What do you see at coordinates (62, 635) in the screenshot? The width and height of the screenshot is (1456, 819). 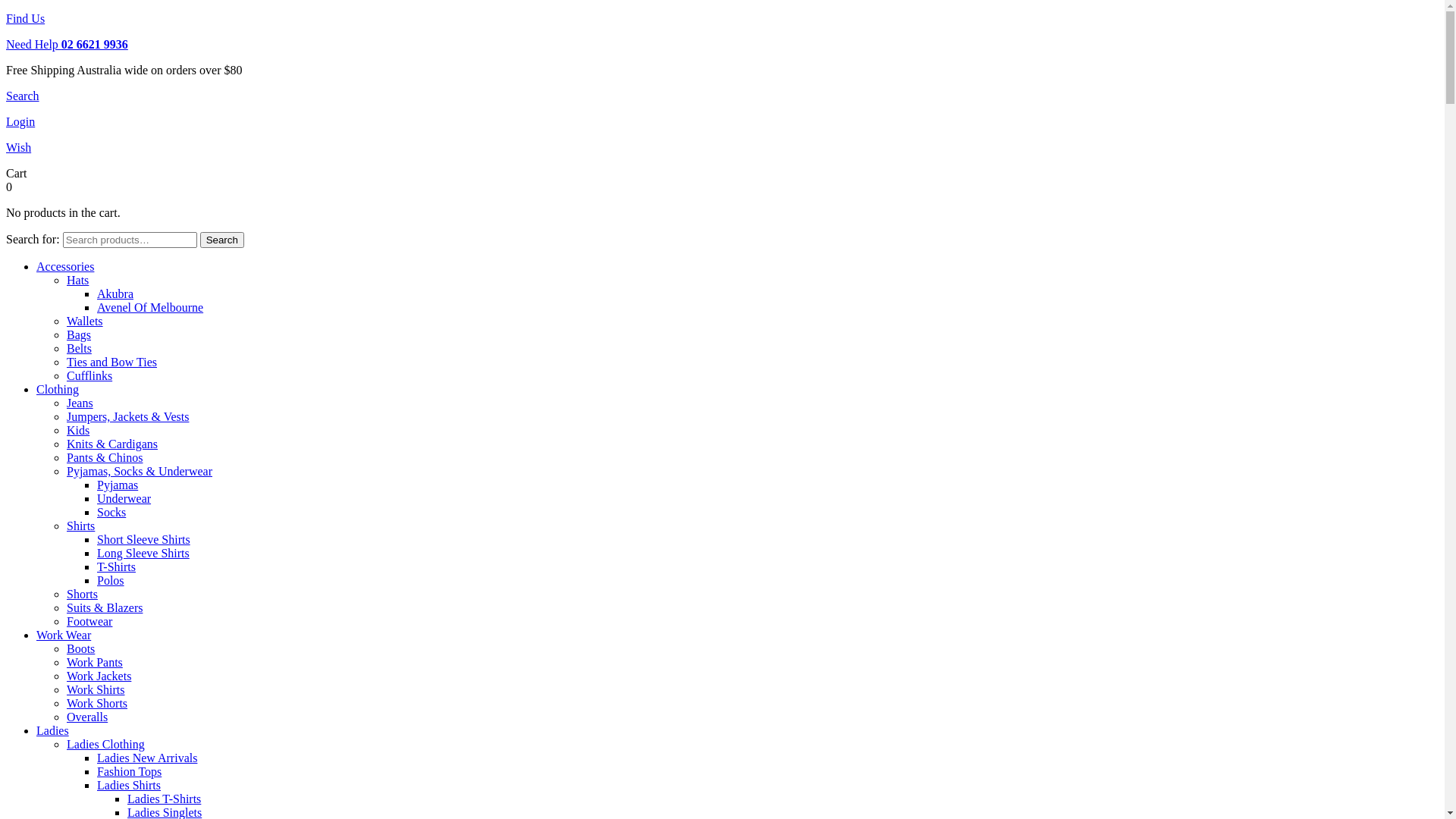 I see `'Work Wear'` at bounding box center [62, 635].